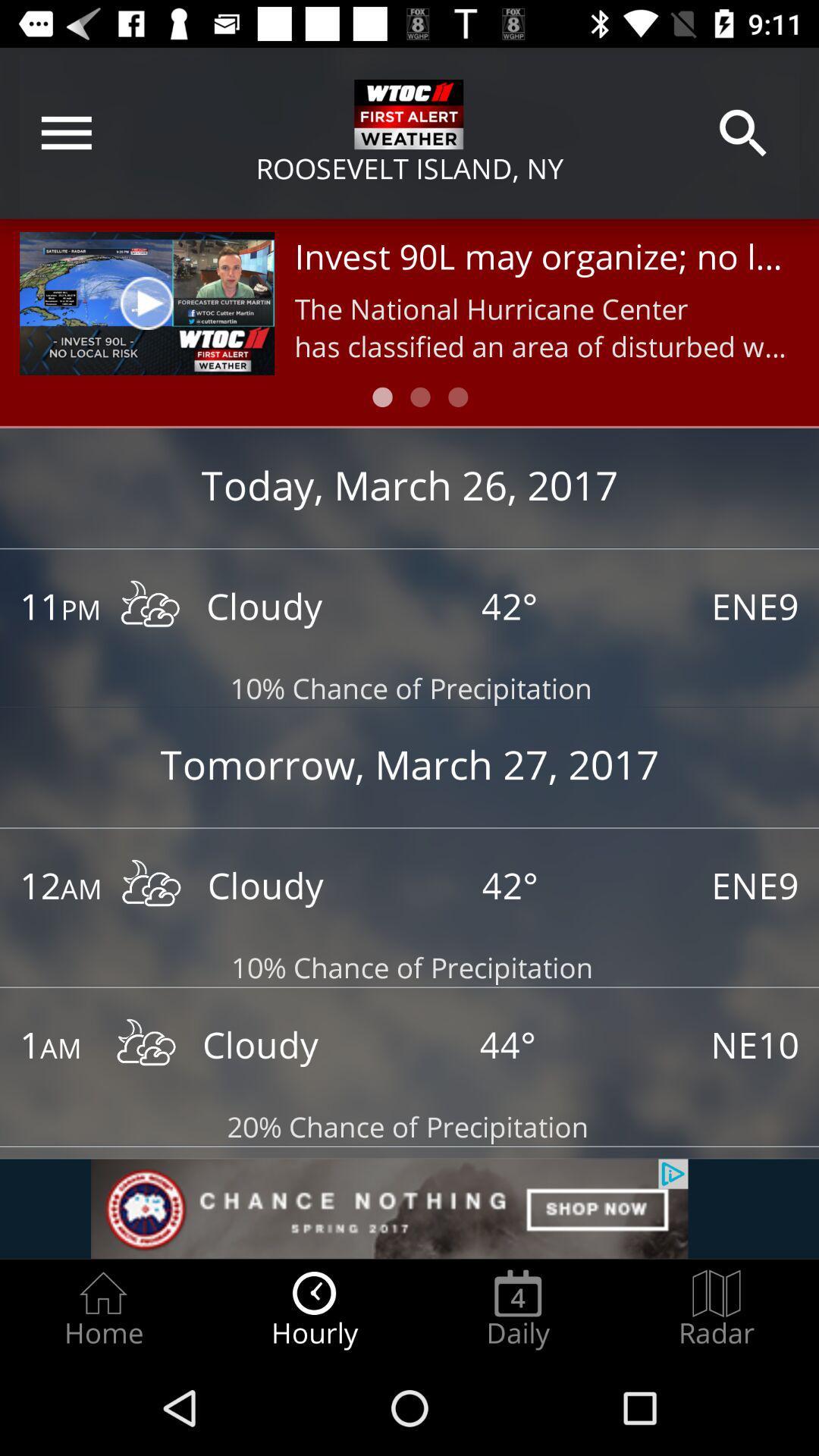  What do you see at coordinates (717, 1309) in the screenshot?
I see `radar item` at bounding box center [717, 1309].